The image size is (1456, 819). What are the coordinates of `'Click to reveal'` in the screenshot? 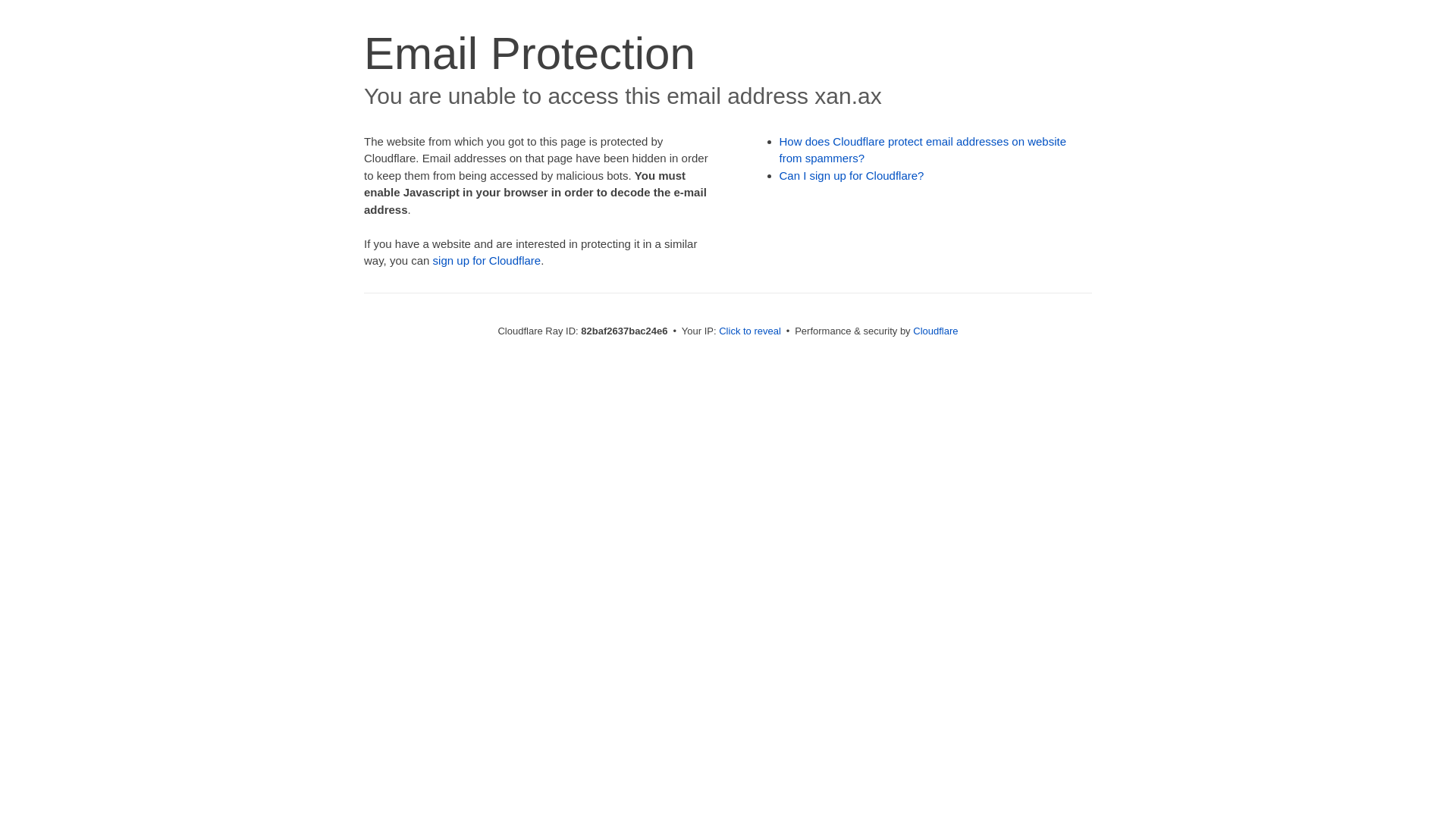 It's located at (718, 330).